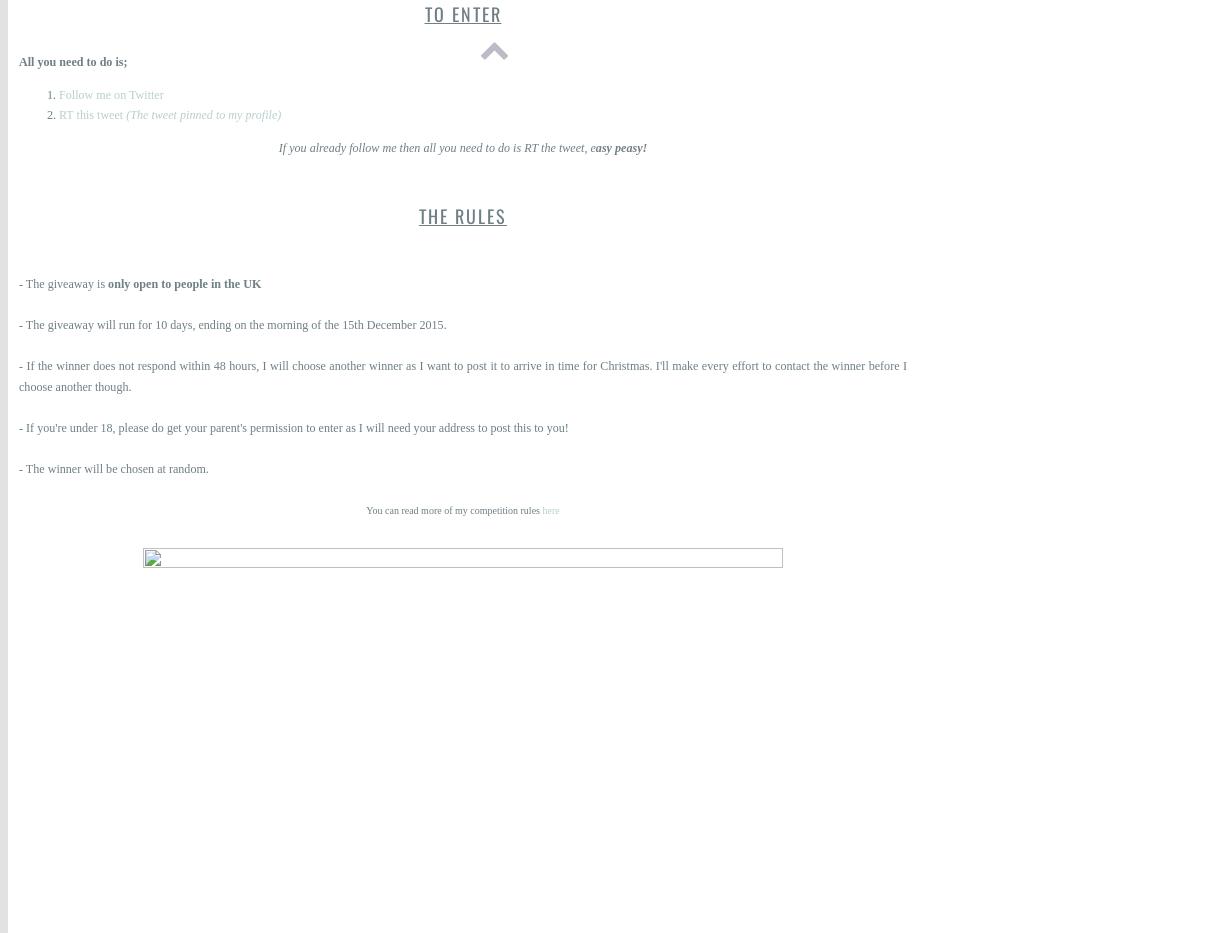 The height and width of the screenshot is (933, 1208). I want to click on '- If the winner does not respond within 48 hours, I will choose another winner as I want to post it to arrive in time for Christmas. I'll make every effort to contact the winner before I choose another though.', so click(463, 376).